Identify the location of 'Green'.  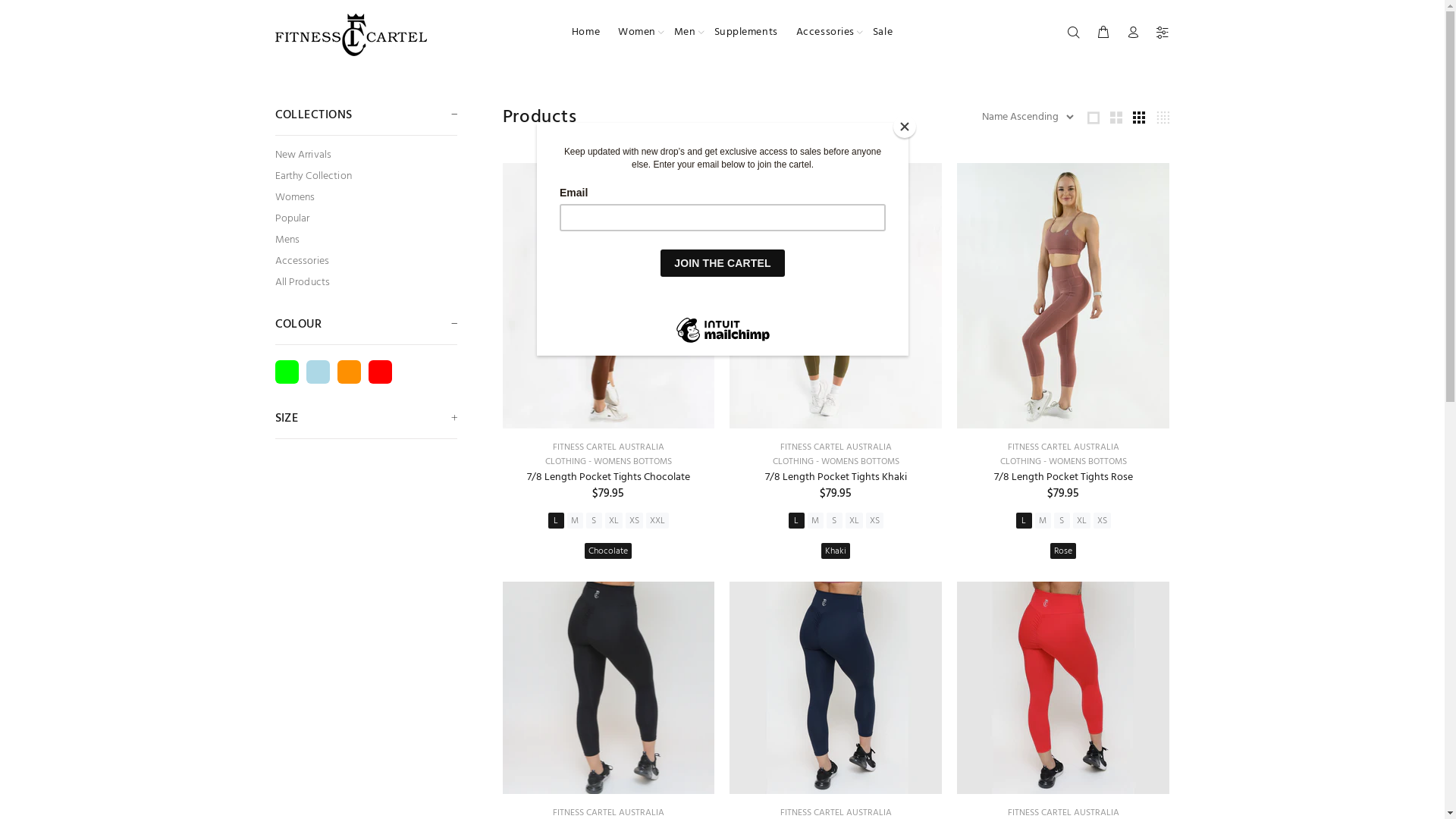
(286, 372).